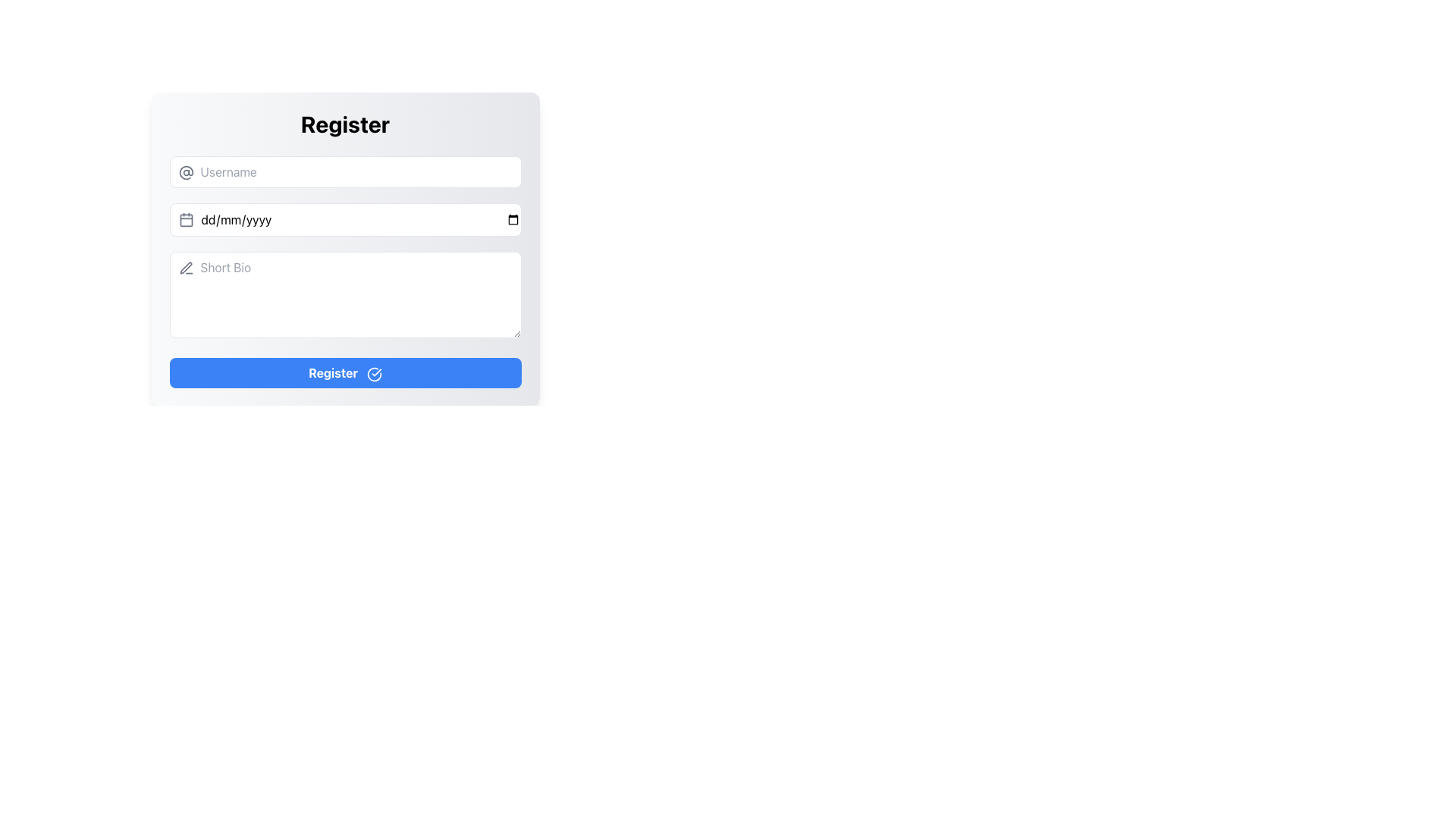  I want to click on the decorative icon located at the top-left corner inside the 'Username' input field, which symbolizes email or username entry, so click(185, 171).